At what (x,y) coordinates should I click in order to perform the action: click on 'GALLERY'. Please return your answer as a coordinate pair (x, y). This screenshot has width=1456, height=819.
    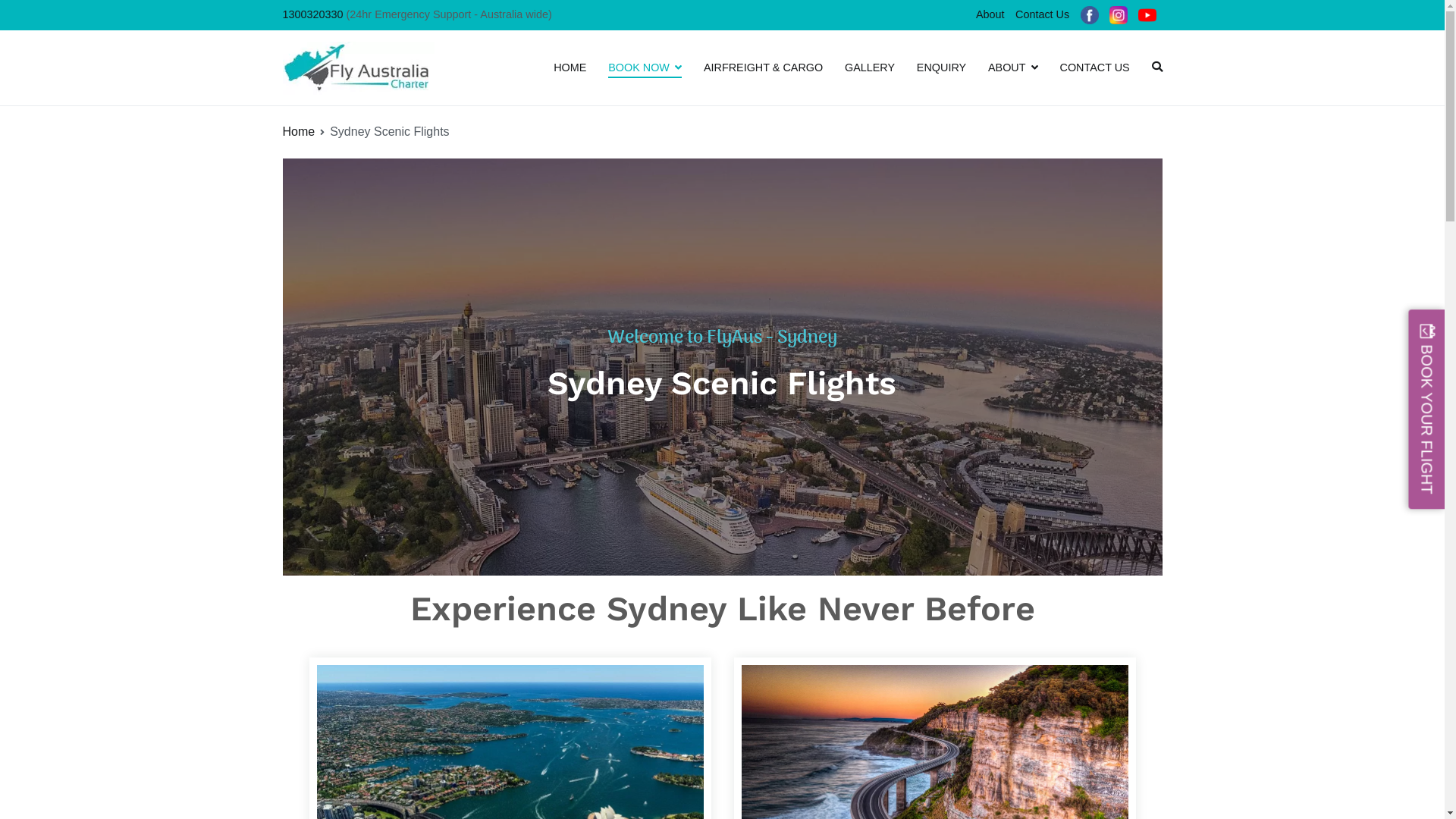
    Looking at the image, I should click on (870, 67).